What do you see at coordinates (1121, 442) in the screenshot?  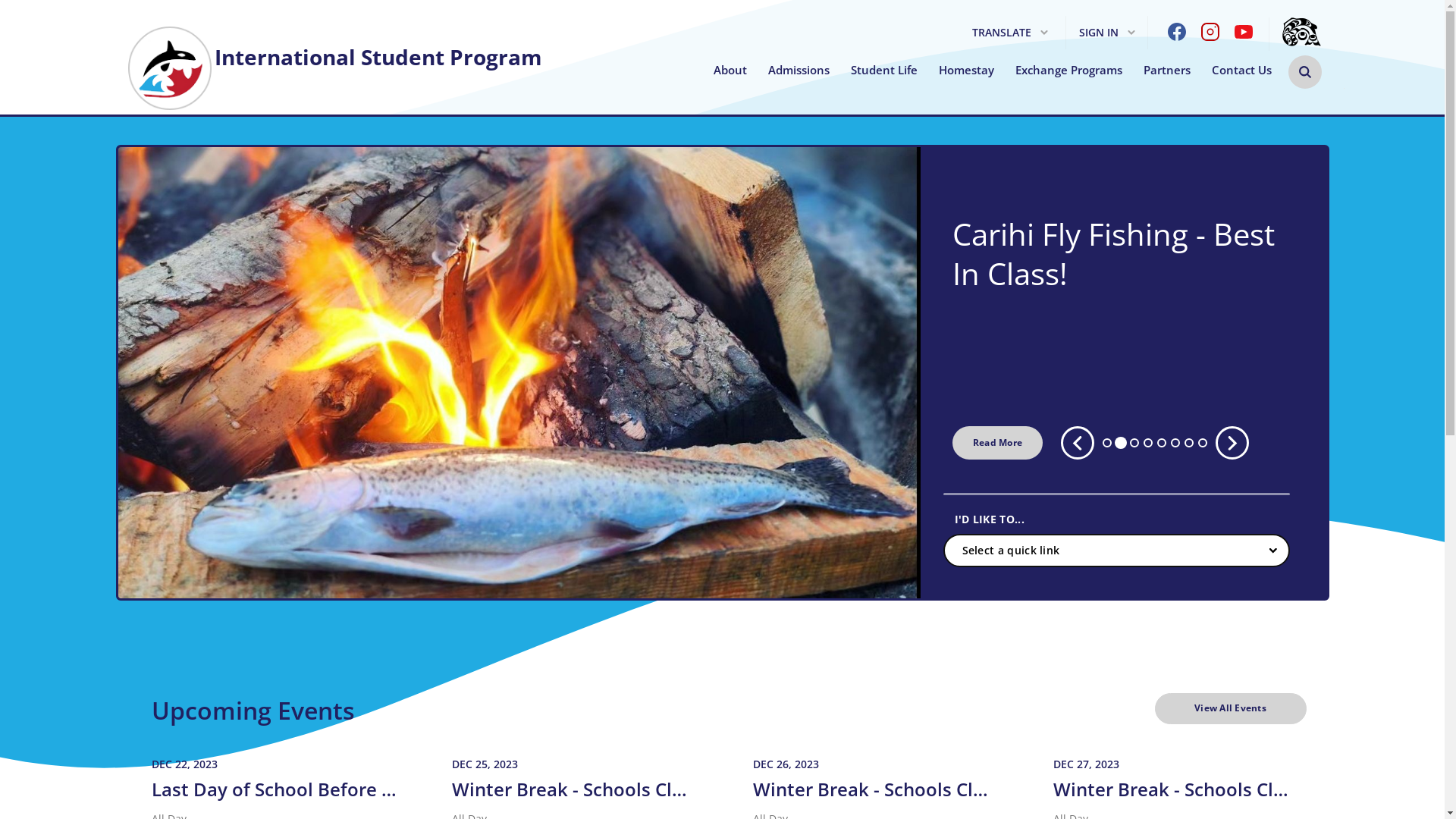 I see `'2'` at bounding box center [1121, 442].